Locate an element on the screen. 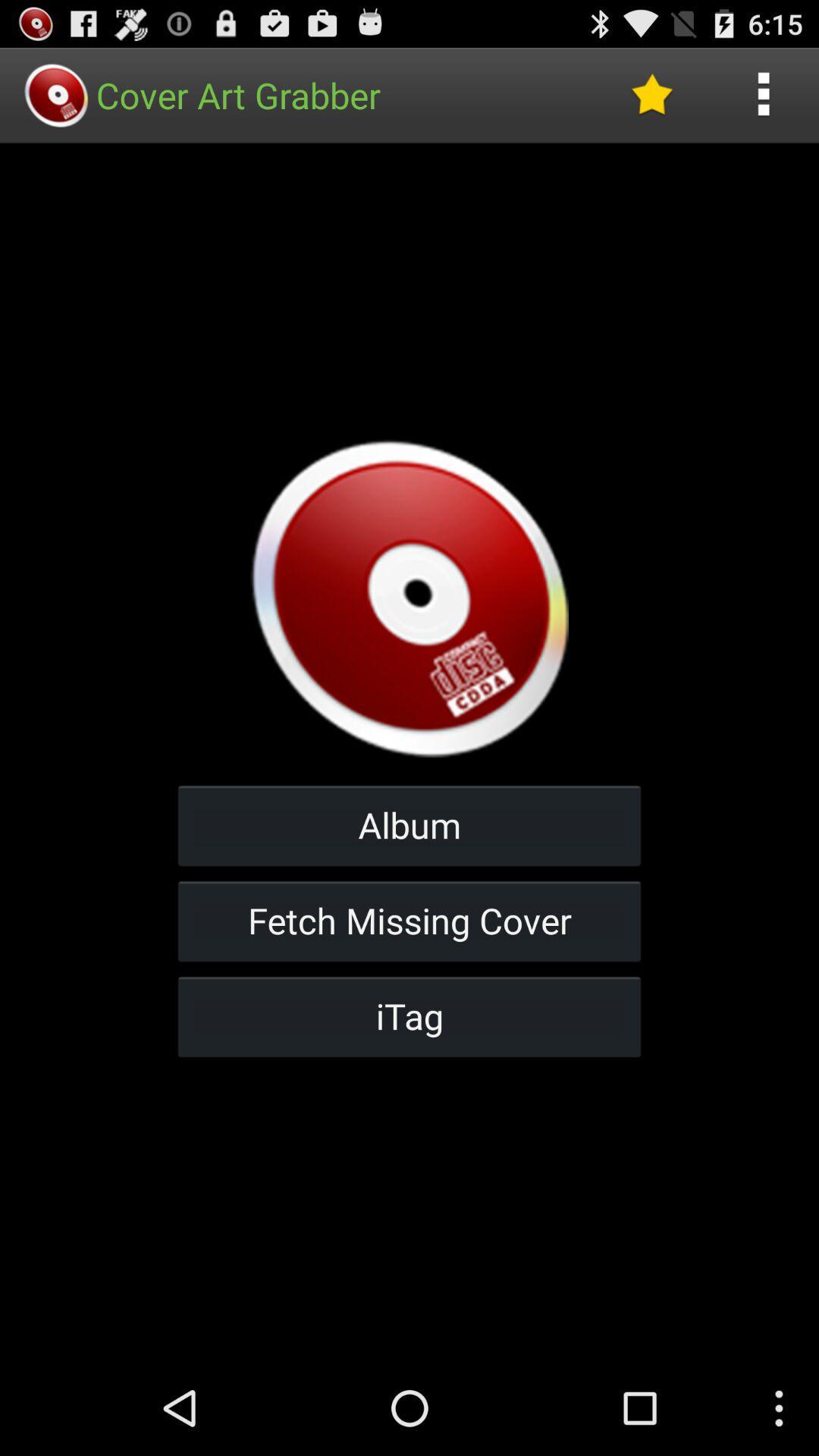 The width and height of the screenshot is (819, 1456). itag icon is located at coordinates (409, 1016).